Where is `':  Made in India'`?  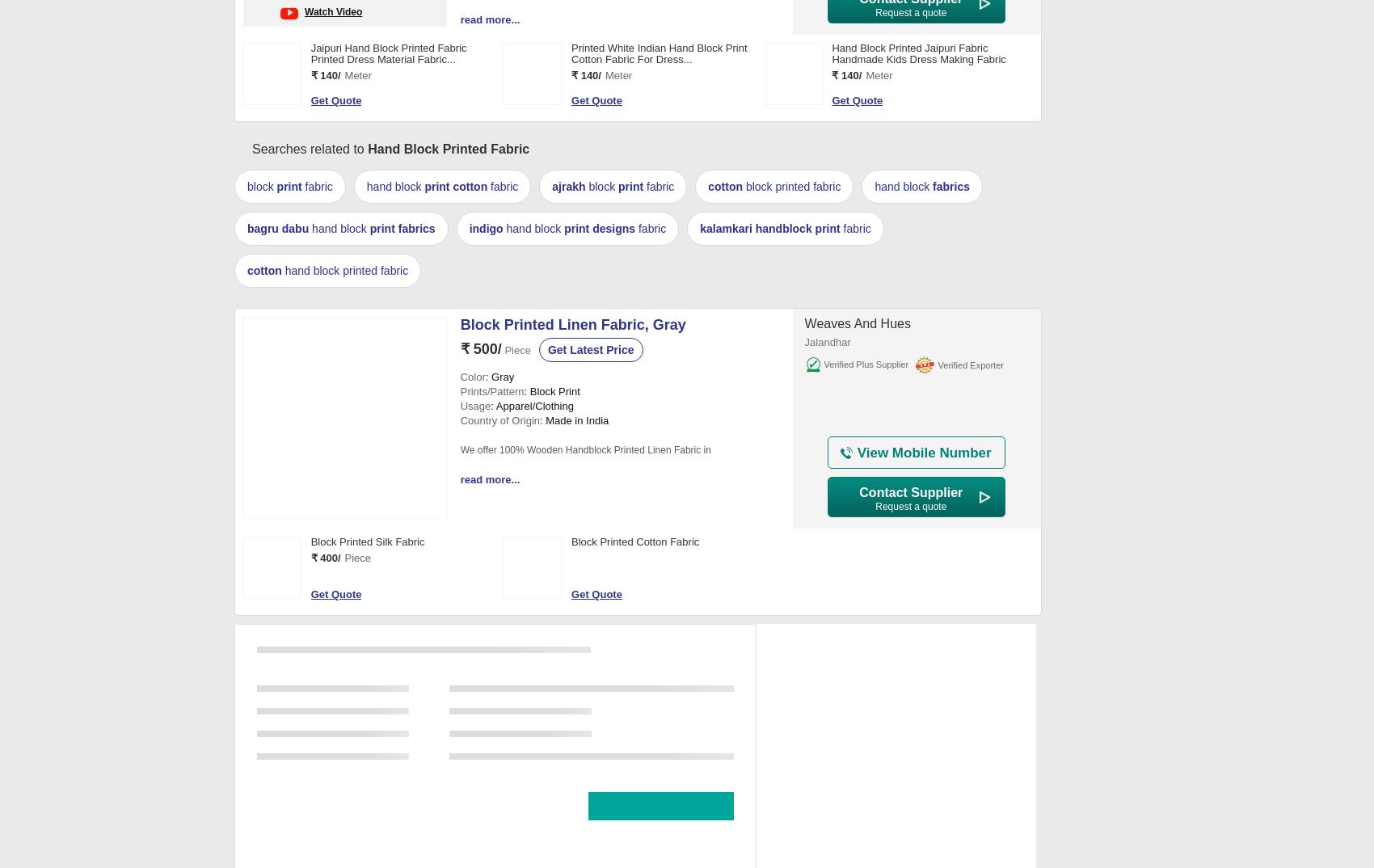
':  Made in India' is located at coordinates (574, 420).